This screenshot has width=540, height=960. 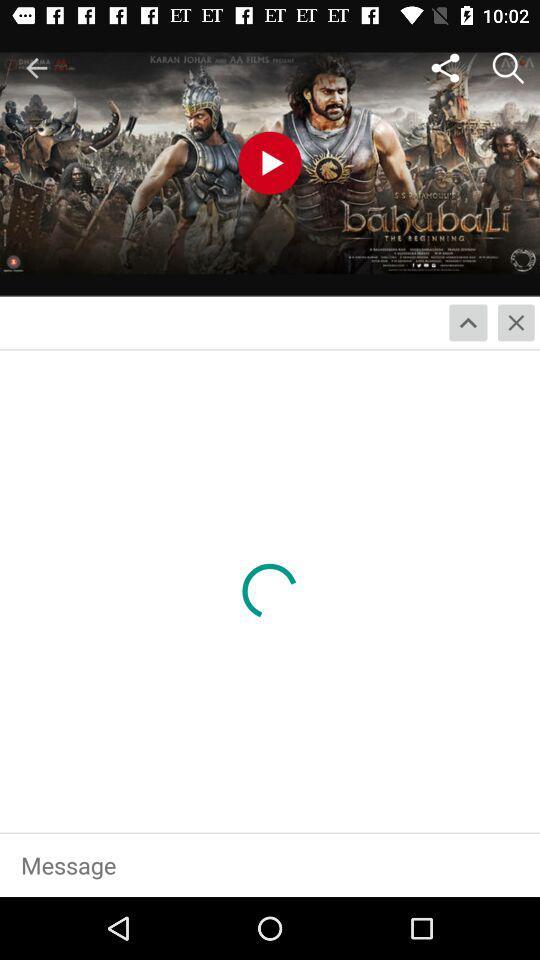 What do you see at coordinates (468, 322) in the screenshot?
I see `the expand_less icon` at bounding box center [468, 322].